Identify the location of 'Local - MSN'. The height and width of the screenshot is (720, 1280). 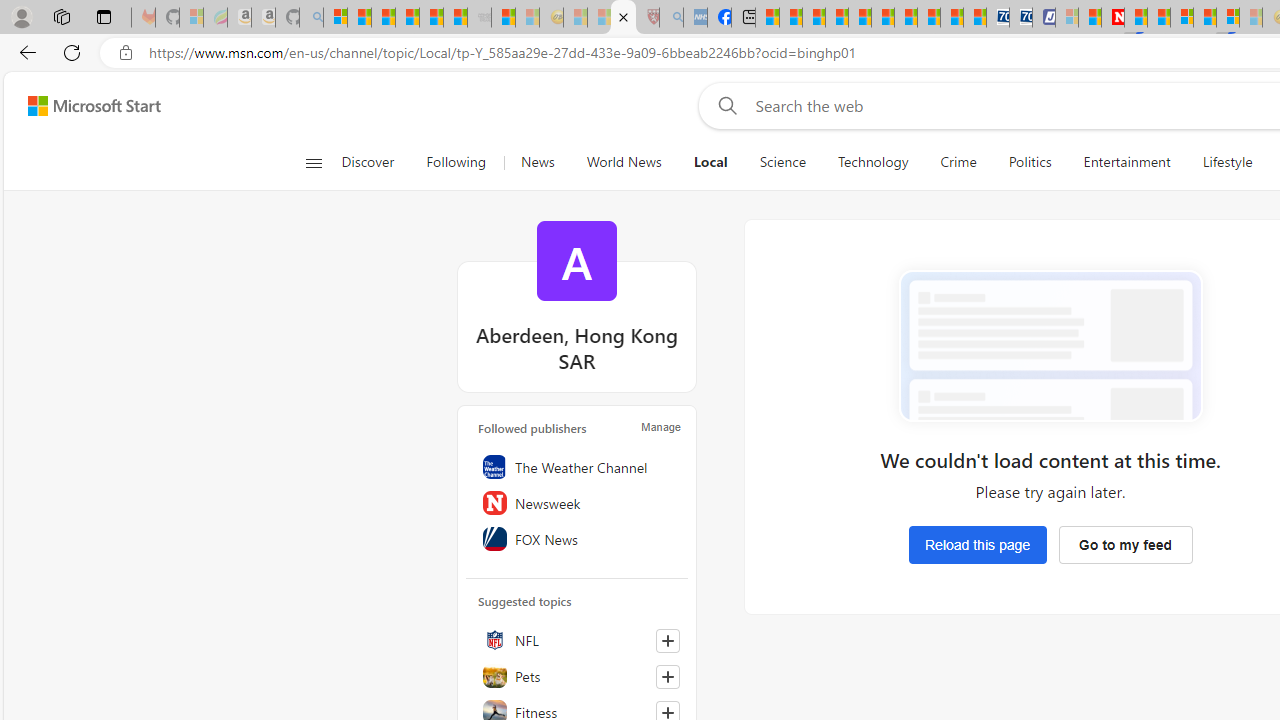
(622, 17).